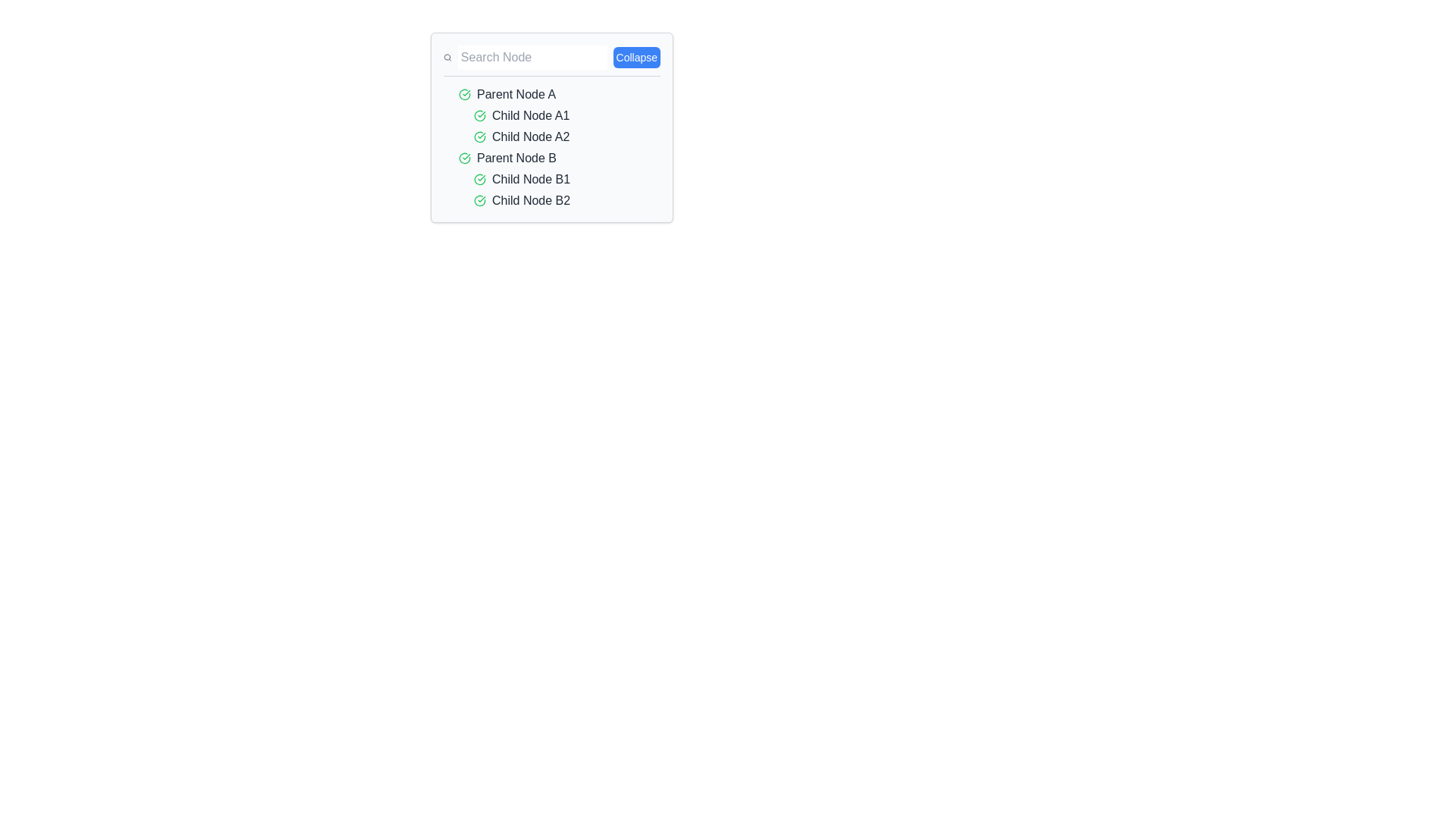  Describe the element at coordinates (636, 57) in the screenshot. I see `the 'Collapse' button, which is a rectangular button with white text on a blue background and rounded corners, located at the top-right corner of the layout` at that location.